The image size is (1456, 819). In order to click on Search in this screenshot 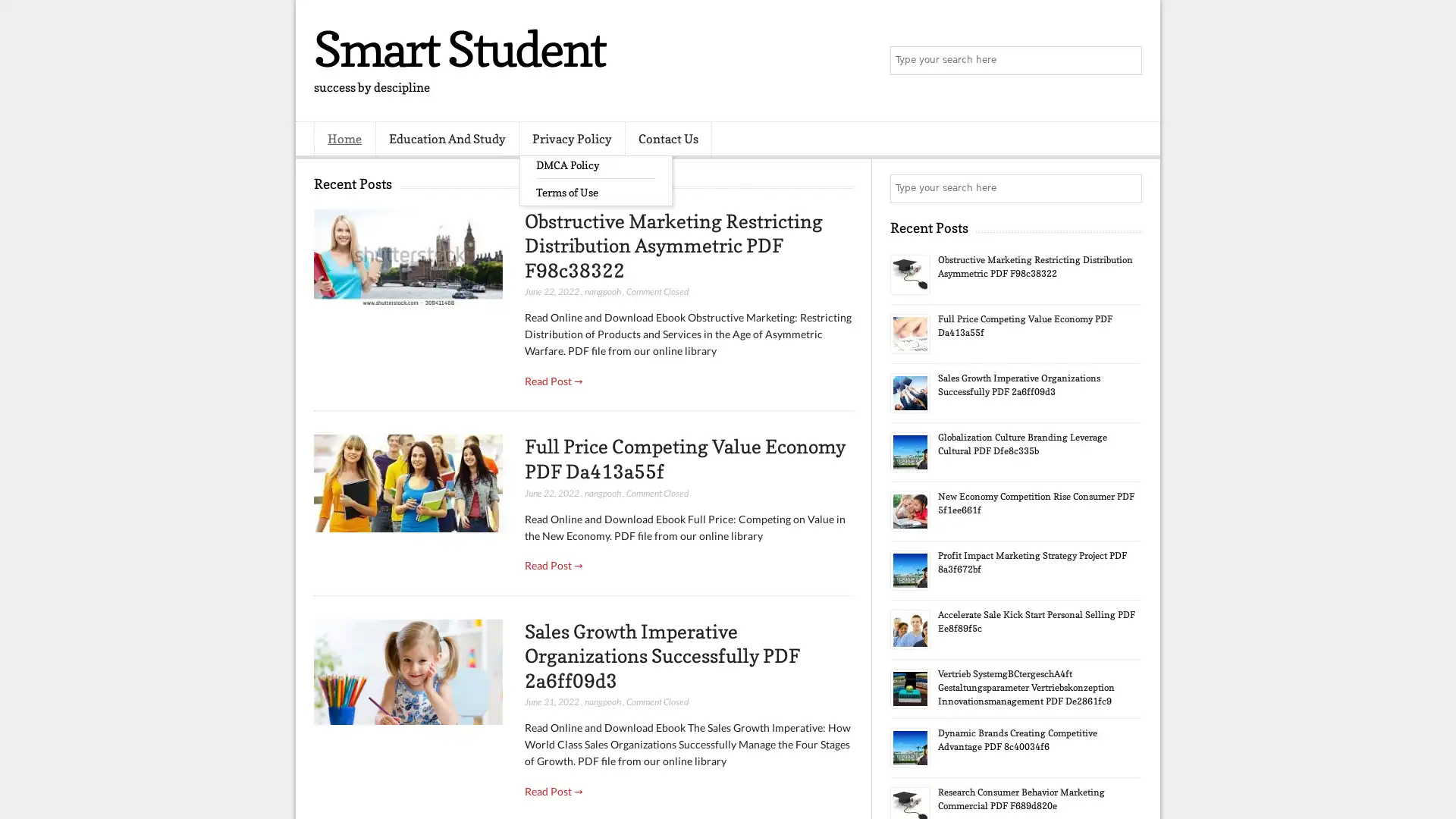, I will do `click(1126, 61)`.